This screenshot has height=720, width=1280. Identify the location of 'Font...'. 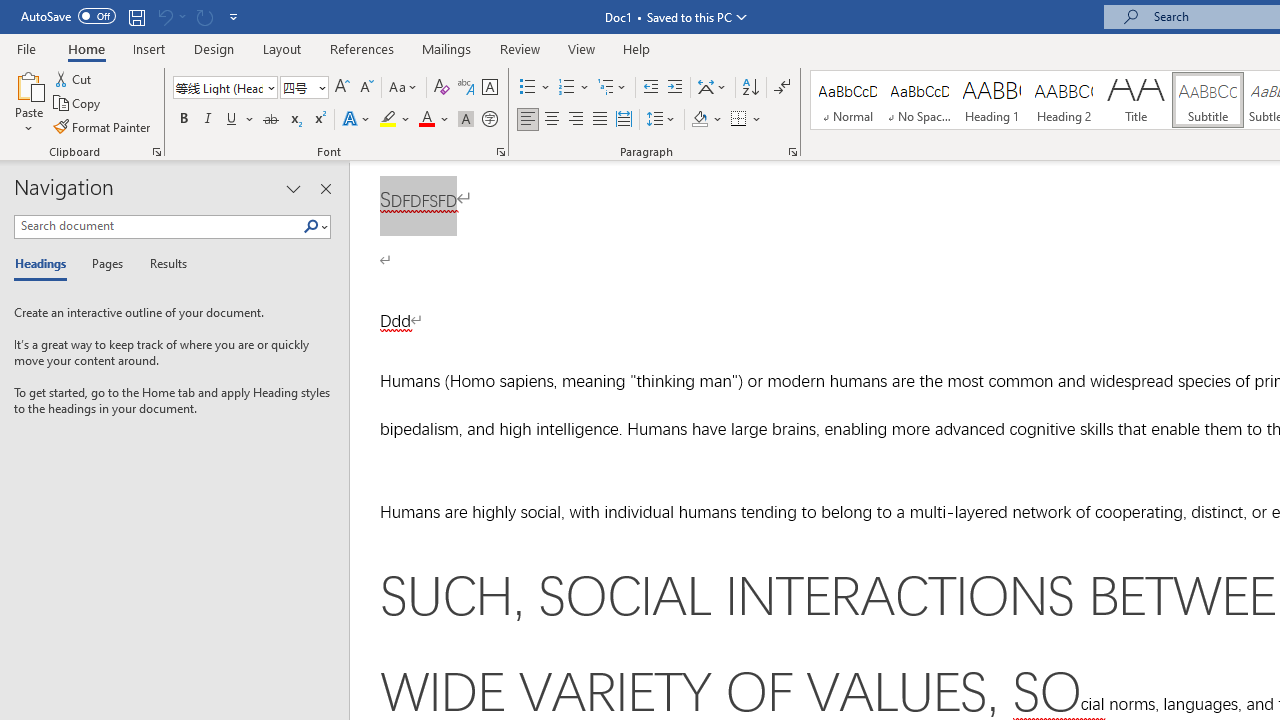
(501, 150).